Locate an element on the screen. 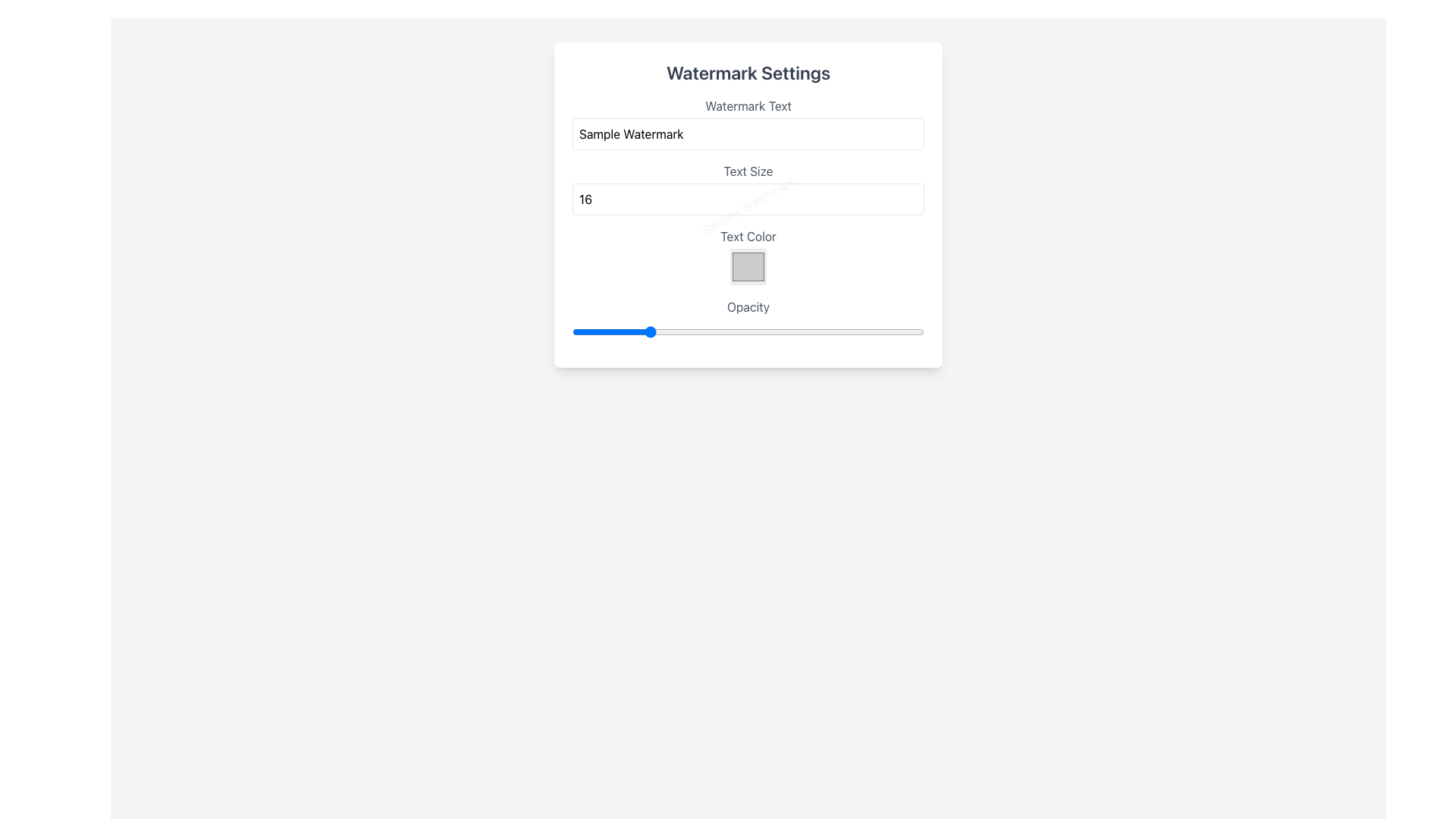 The width and height of the screenshot is (1456, 819). the static text label that indicates the size of the text in the 'Watermark Settings' interface, positioned above the '16' numerical input box is located at coordinates (748, 171).